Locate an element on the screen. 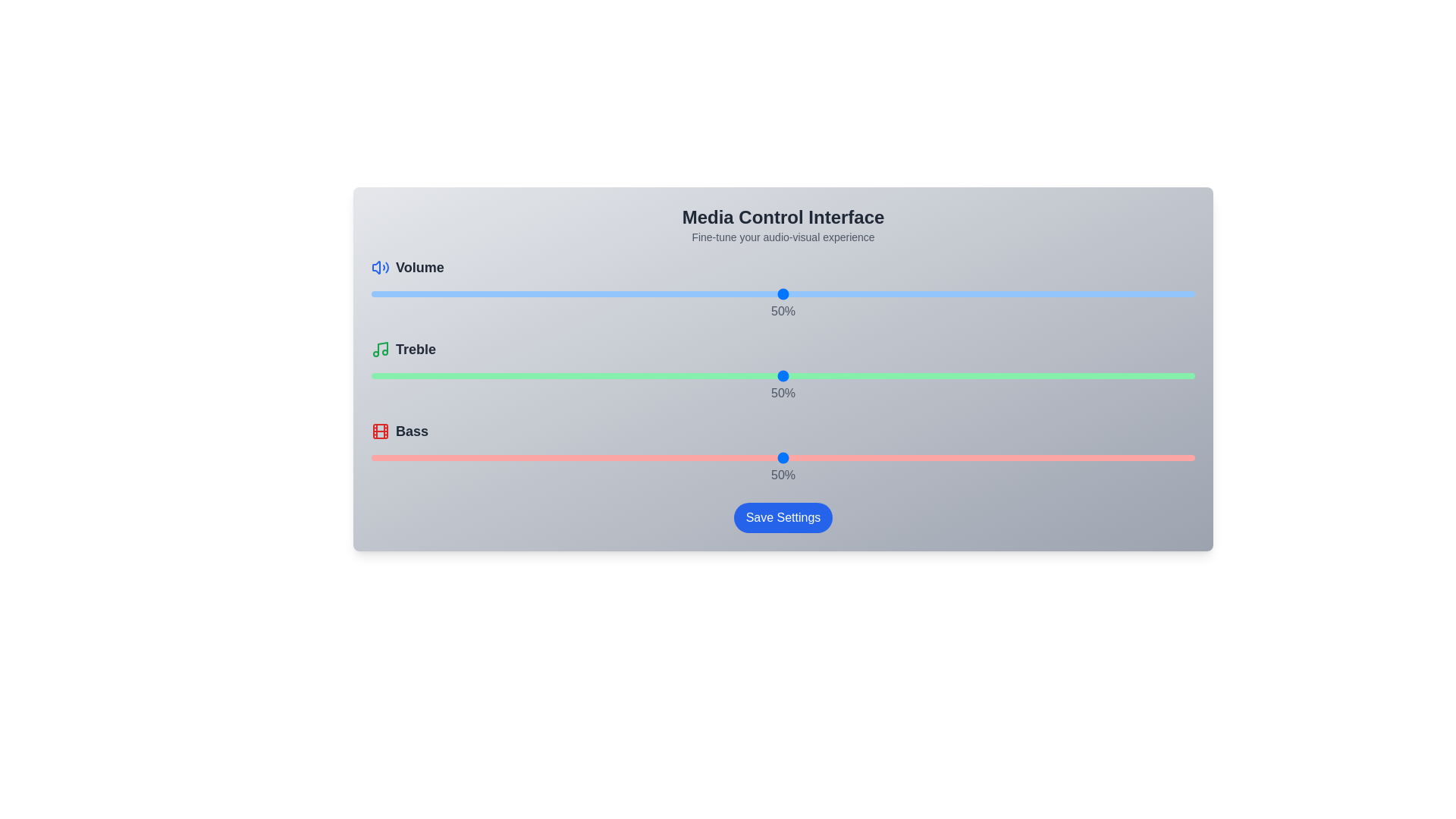 This screenshot has height=819, width=1456. the red film strip icon located to the left of the word 'Bass' in the media interface is located at coordinates (381, 431).